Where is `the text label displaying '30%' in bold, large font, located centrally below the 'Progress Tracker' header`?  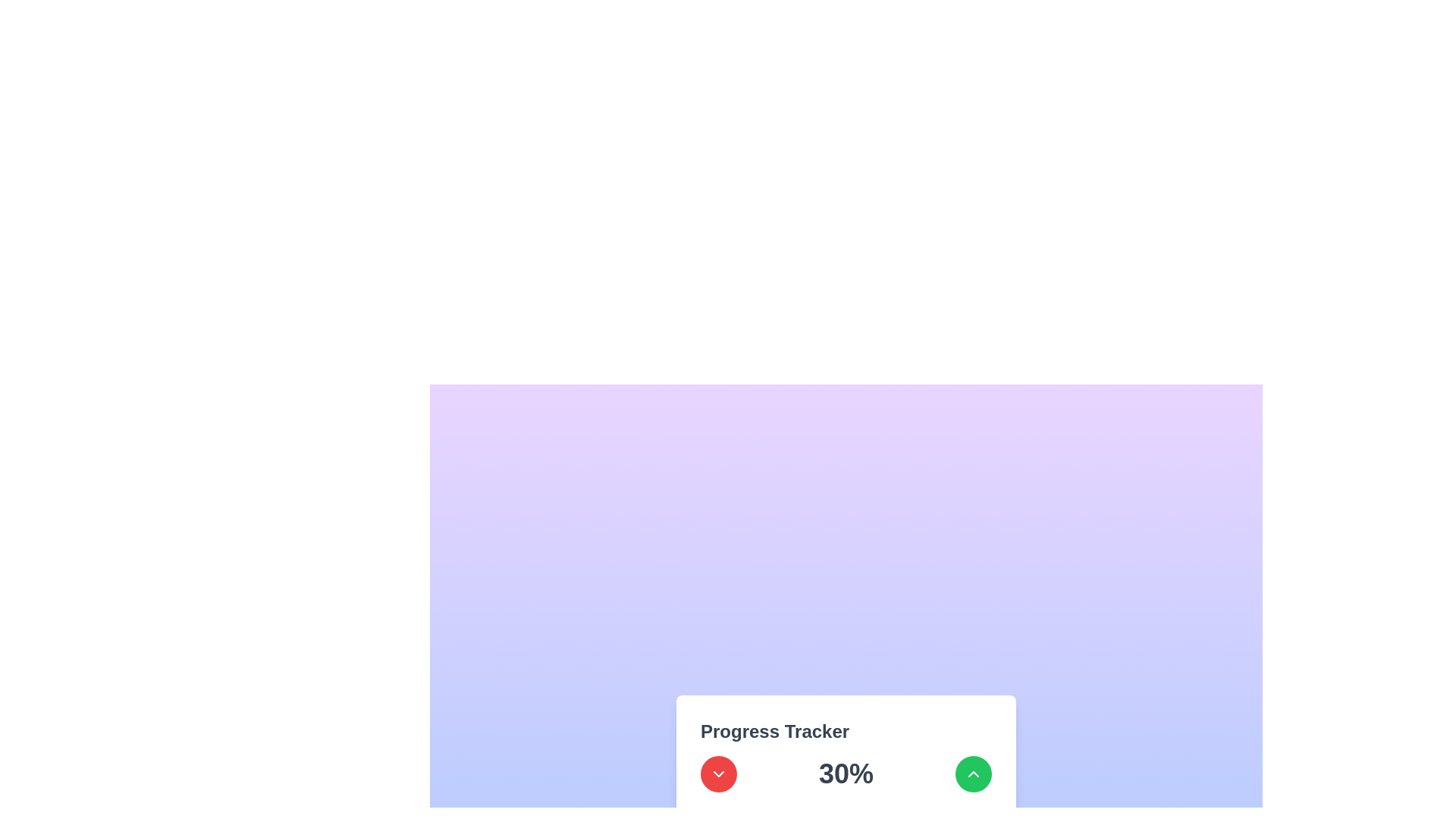
the text label displaying '30%' in bold, large font, located centrally below the 'Progress Tracker' header is located at coordinates (846, 774).